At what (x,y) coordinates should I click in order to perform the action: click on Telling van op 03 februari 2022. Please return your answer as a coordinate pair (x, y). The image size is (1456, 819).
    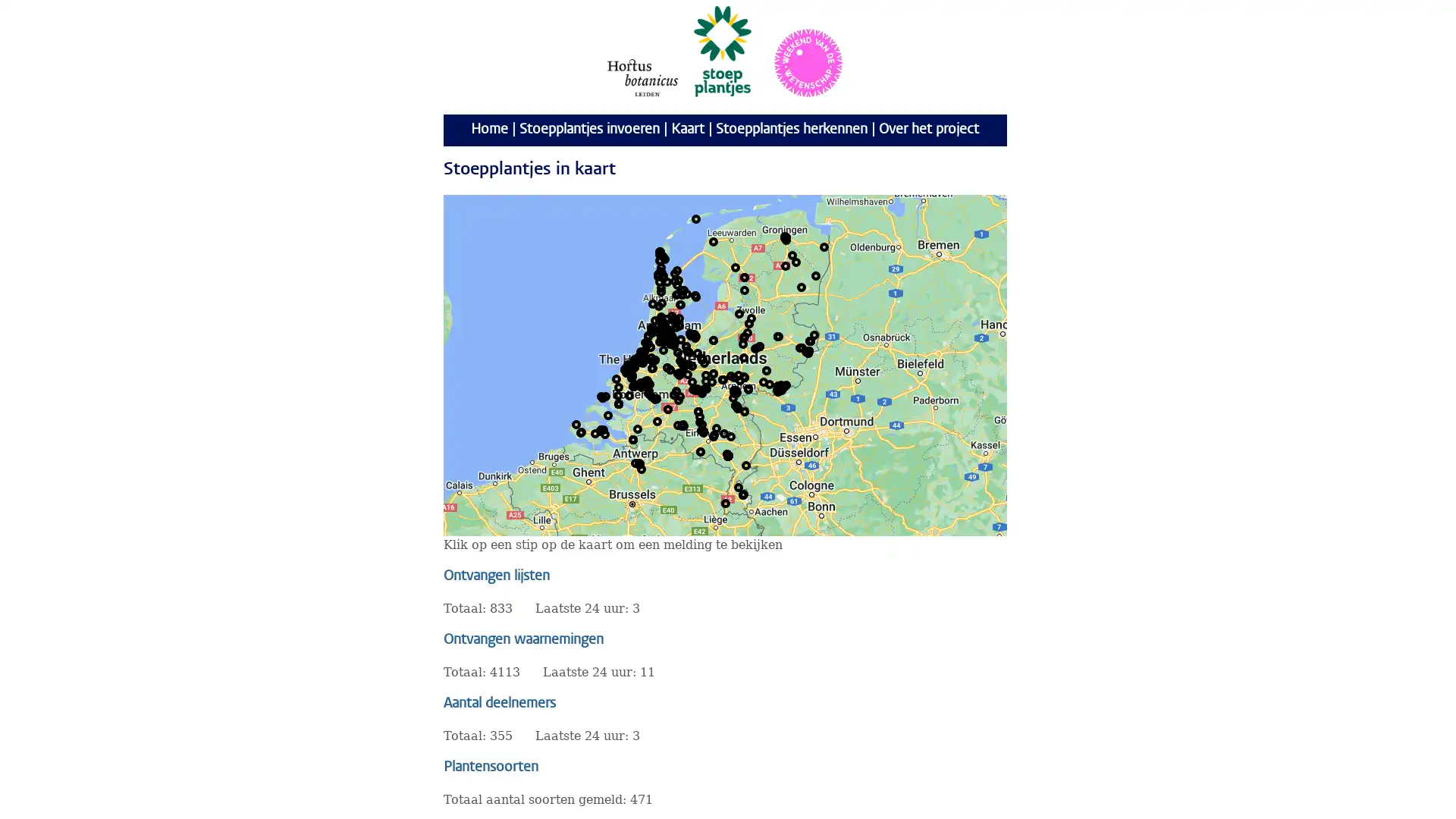
    Looking at the image, I should click on (666, 327).